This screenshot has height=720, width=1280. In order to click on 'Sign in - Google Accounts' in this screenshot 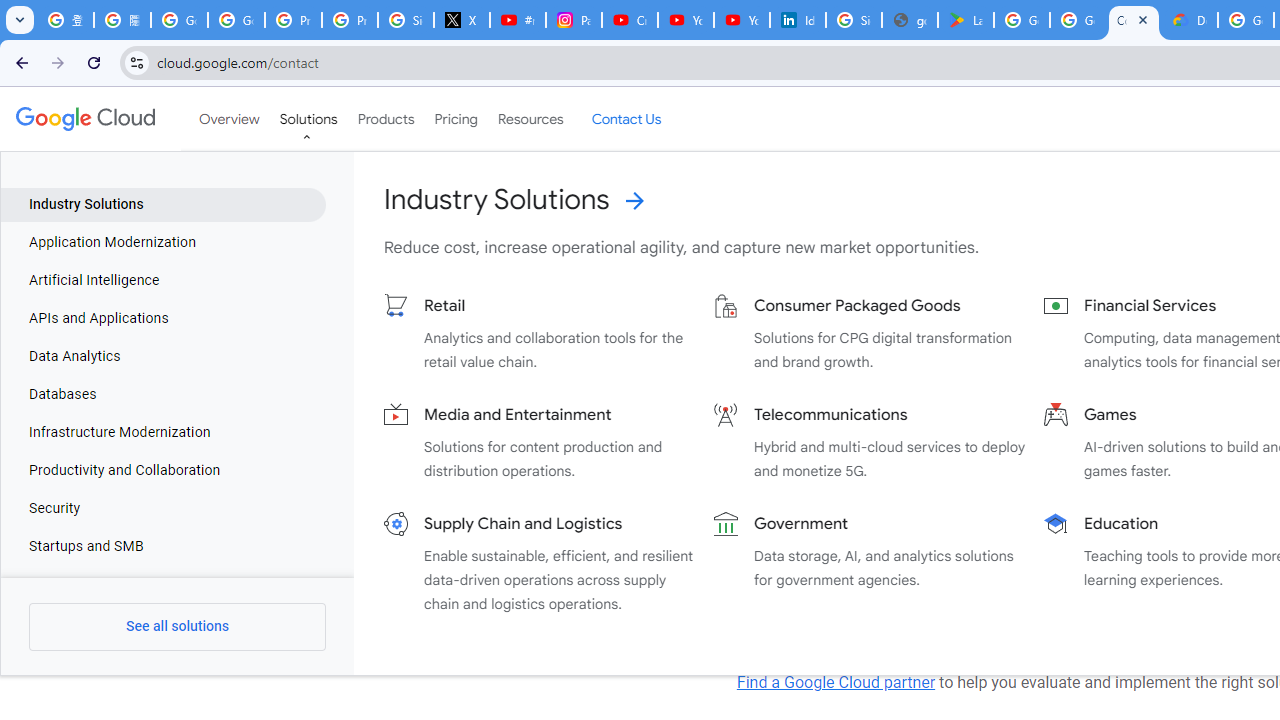, I will do `click(404, 20)`.